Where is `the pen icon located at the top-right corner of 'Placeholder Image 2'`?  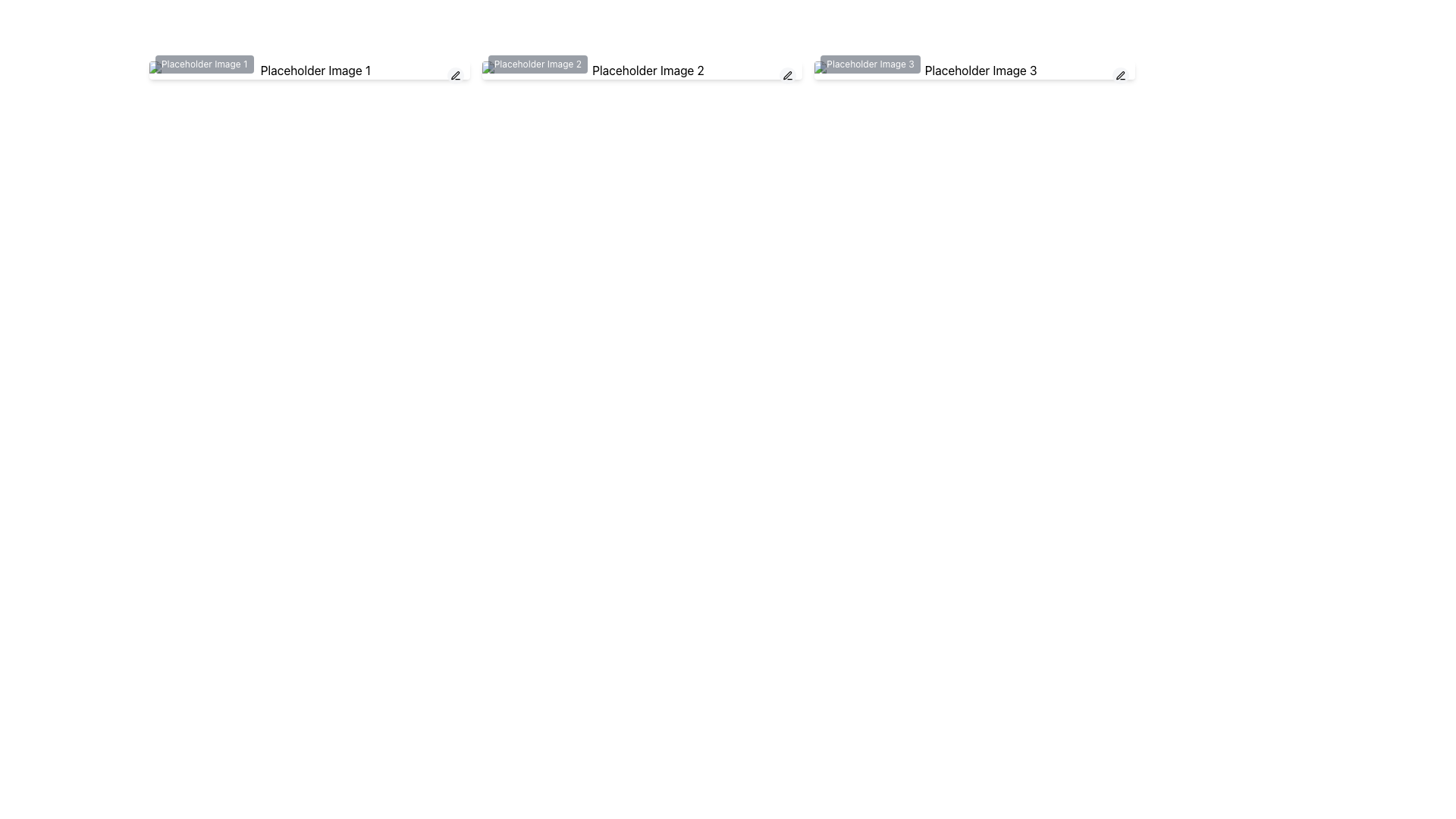 the pen icon located at the top-right corner of 'Placeholder Image 2' is located at coordinates (788, 76).